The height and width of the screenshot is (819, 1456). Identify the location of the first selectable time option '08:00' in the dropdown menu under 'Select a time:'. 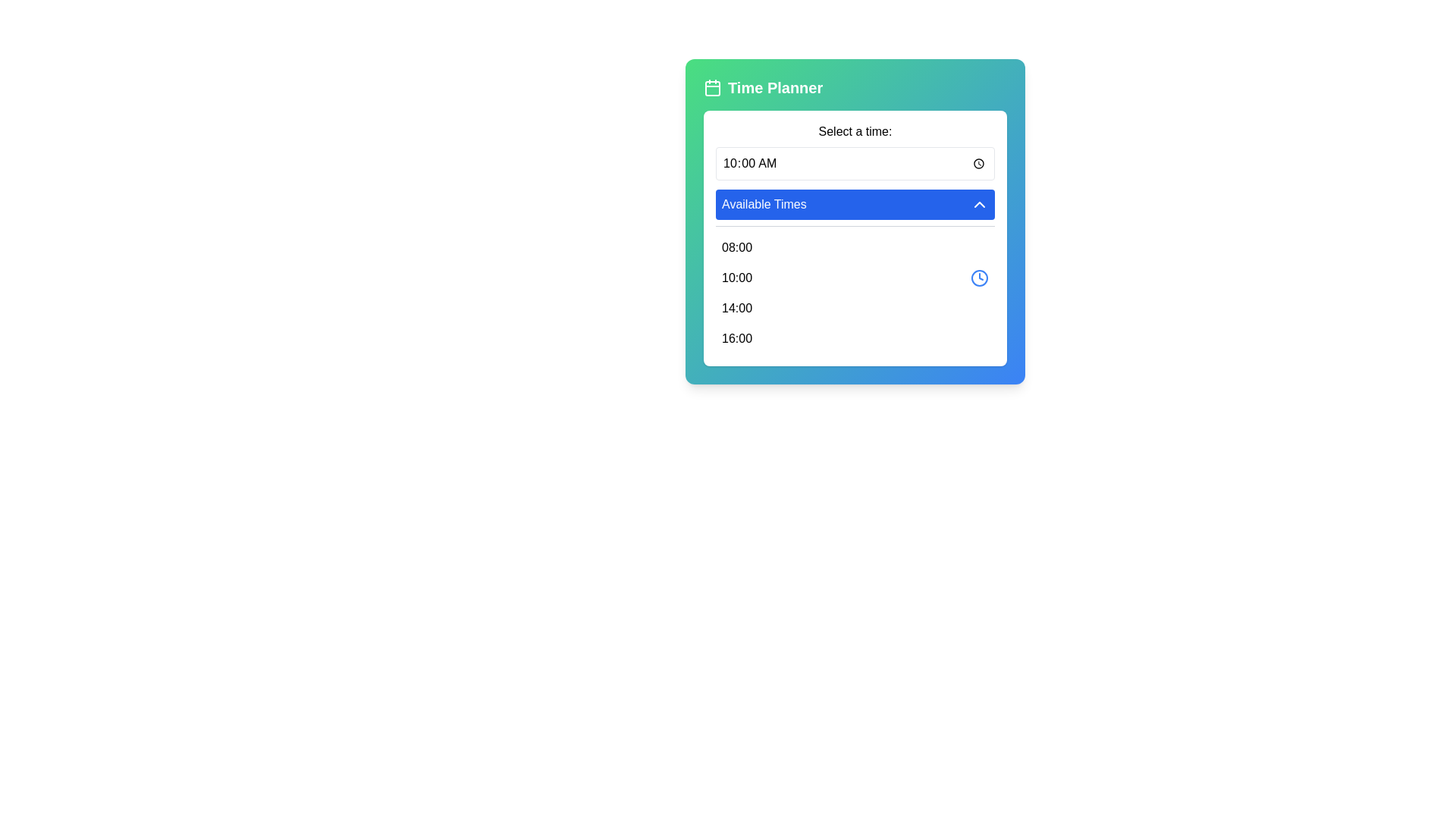
(855, 247).